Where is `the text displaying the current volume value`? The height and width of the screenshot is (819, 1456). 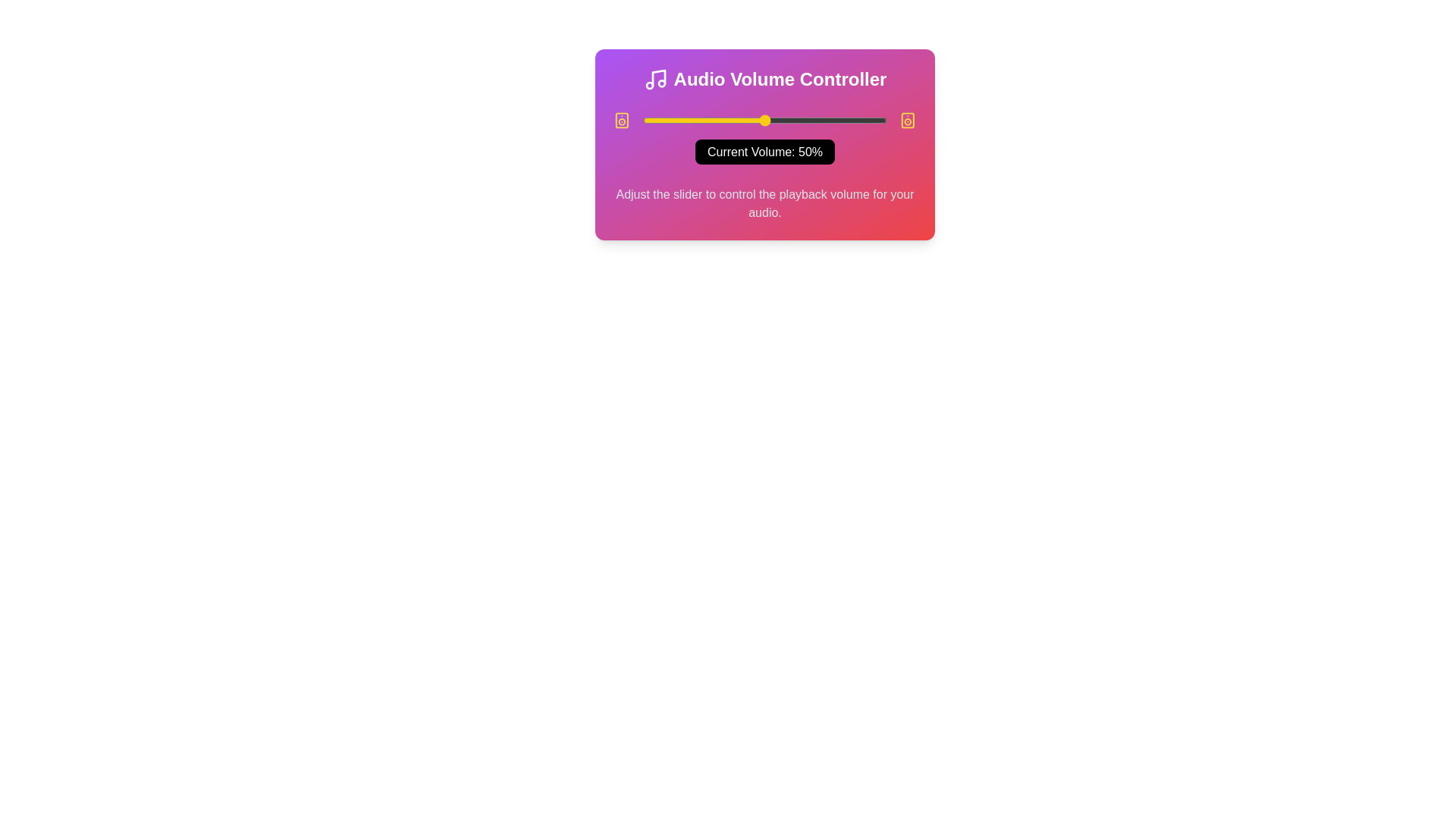 the text displaying the current volume value is located at coordinates (764, 152).